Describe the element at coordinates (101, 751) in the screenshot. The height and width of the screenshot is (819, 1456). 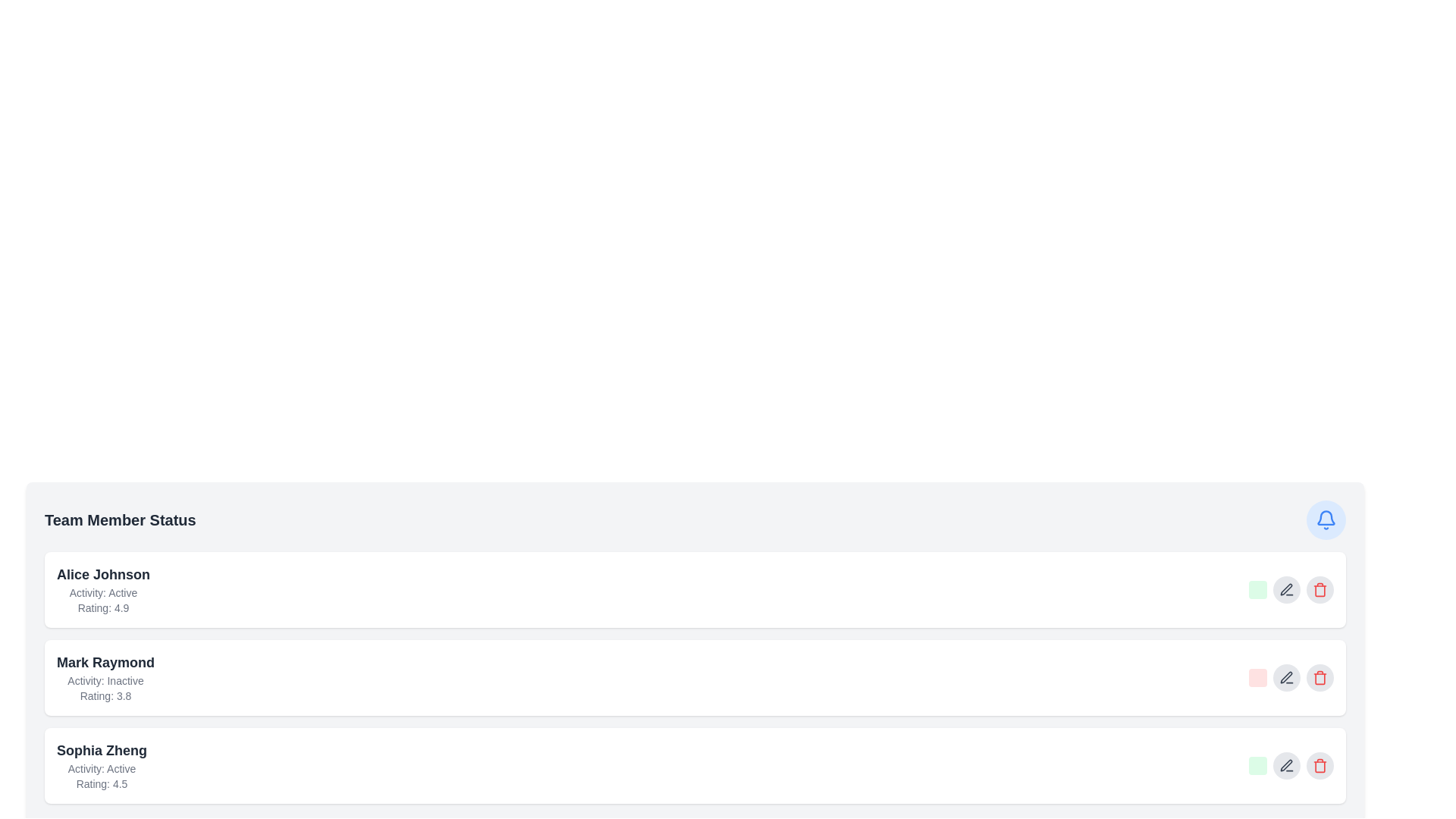
I see `name displayed in the text label that serves as the header for the third team member's status section, identifying the person by name` at that location.